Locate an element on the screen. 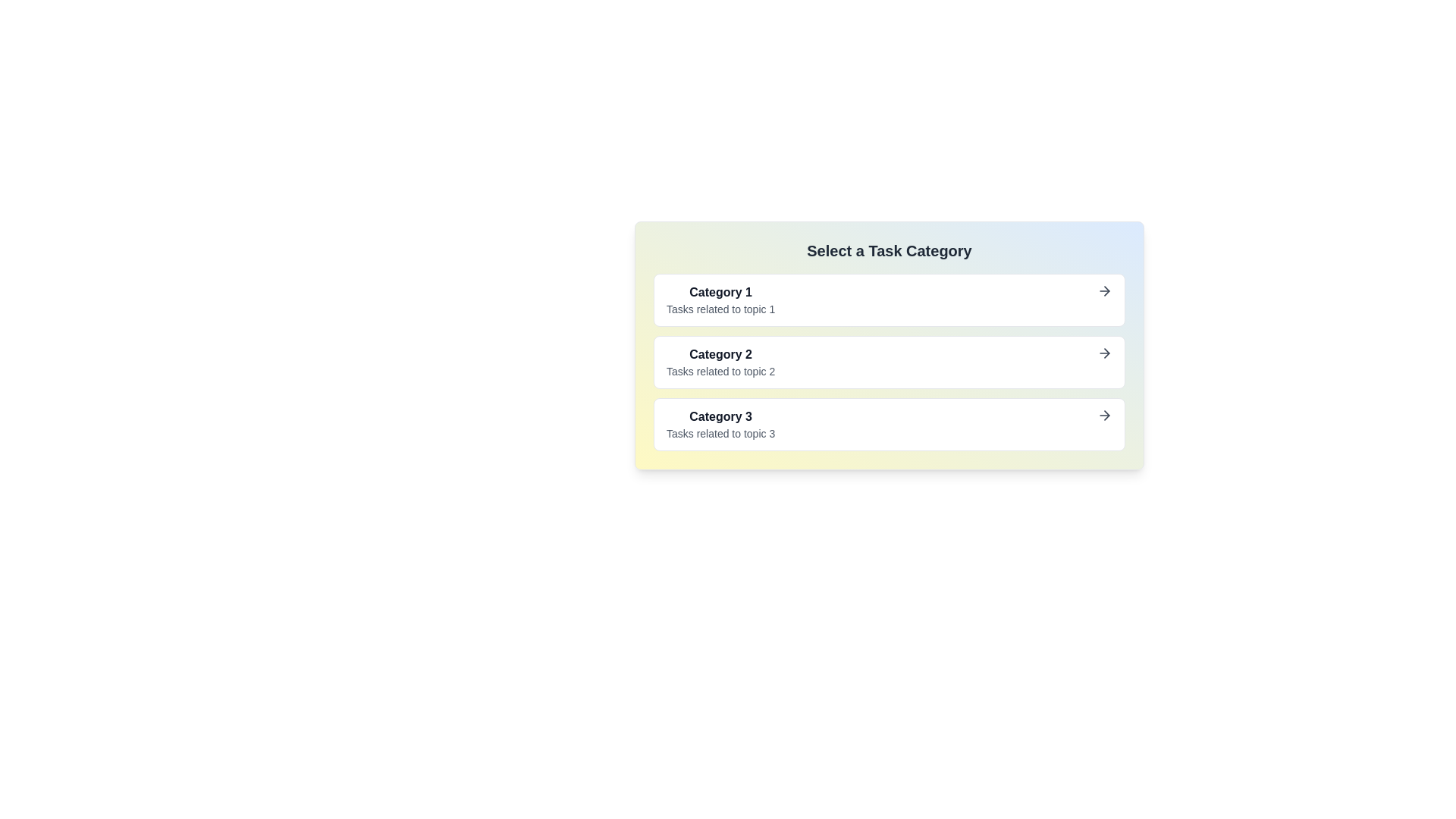 Image resolution: width=1456 pixels, height=819 pixels. the second category in the task selection interface is located at coordinates (889, 345).